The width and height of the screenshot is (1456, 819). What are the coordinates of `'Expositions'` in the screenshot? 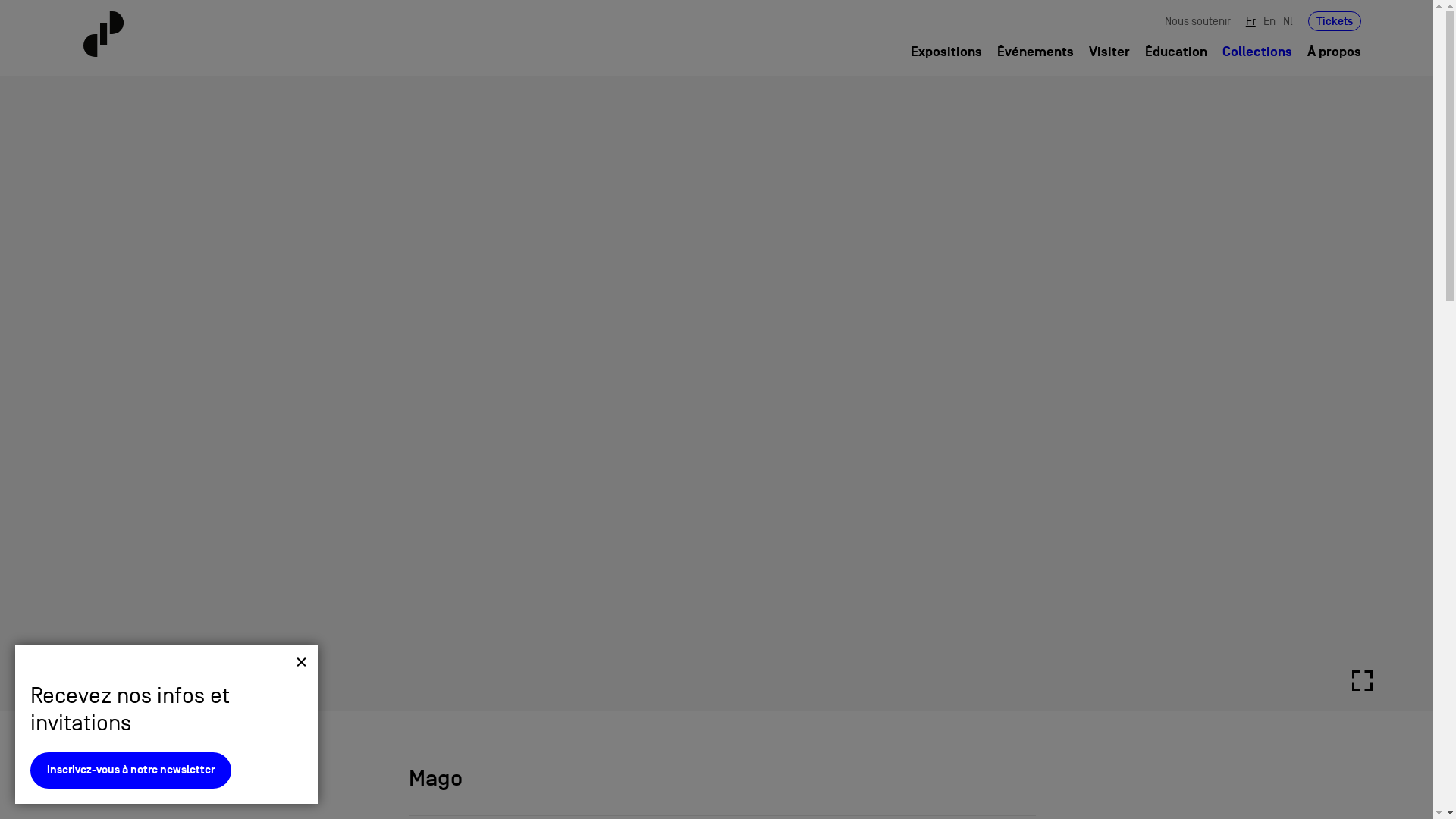 It's located at (946, 52).